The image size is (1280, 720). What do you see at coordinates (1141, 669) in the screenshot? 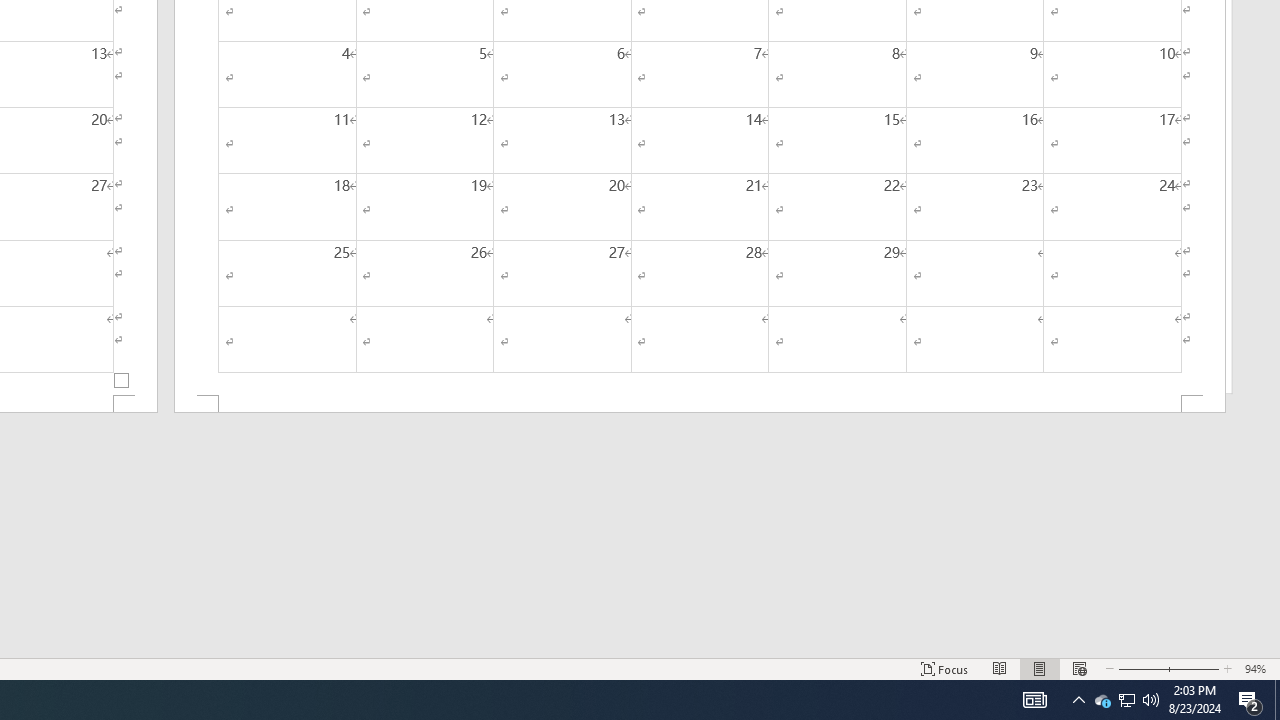
I see `'Zoom Out'` at bounding box center [1141, 669].